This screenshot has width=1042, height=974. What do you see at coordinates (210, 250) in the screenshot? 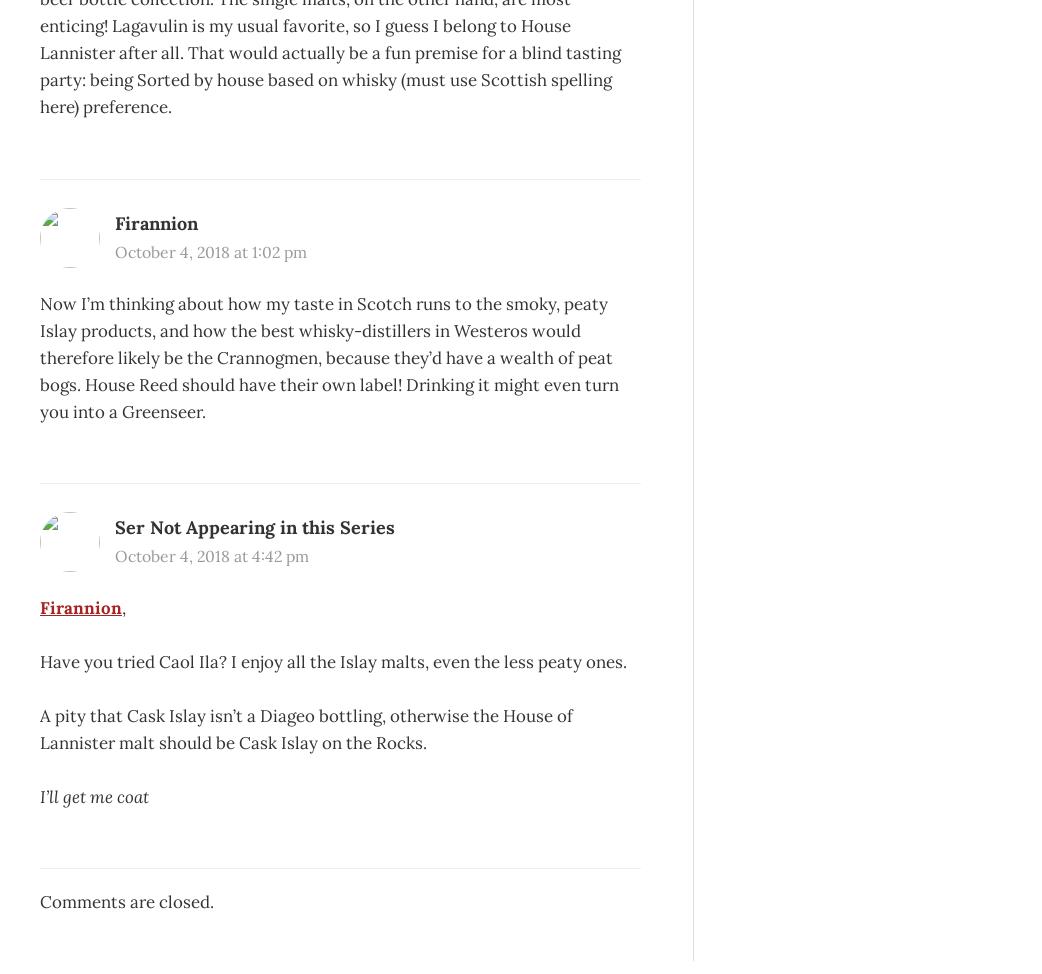
I see `'October 4, 2018 at 1:02 pm'` at bounding box center [210, 250].